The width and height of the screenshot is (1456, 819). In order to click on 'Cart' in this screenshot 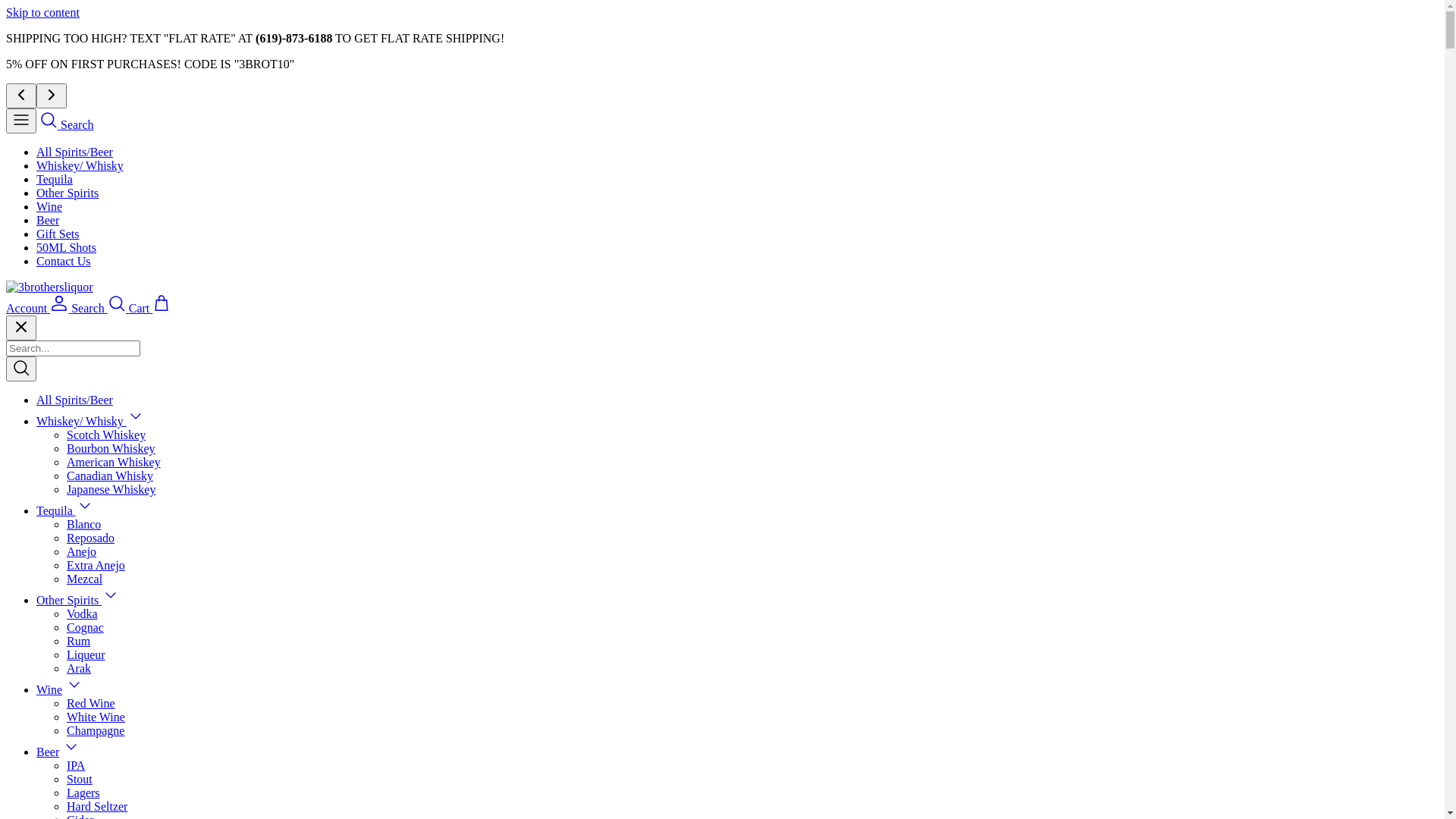, I will do `click(149, 307)`.